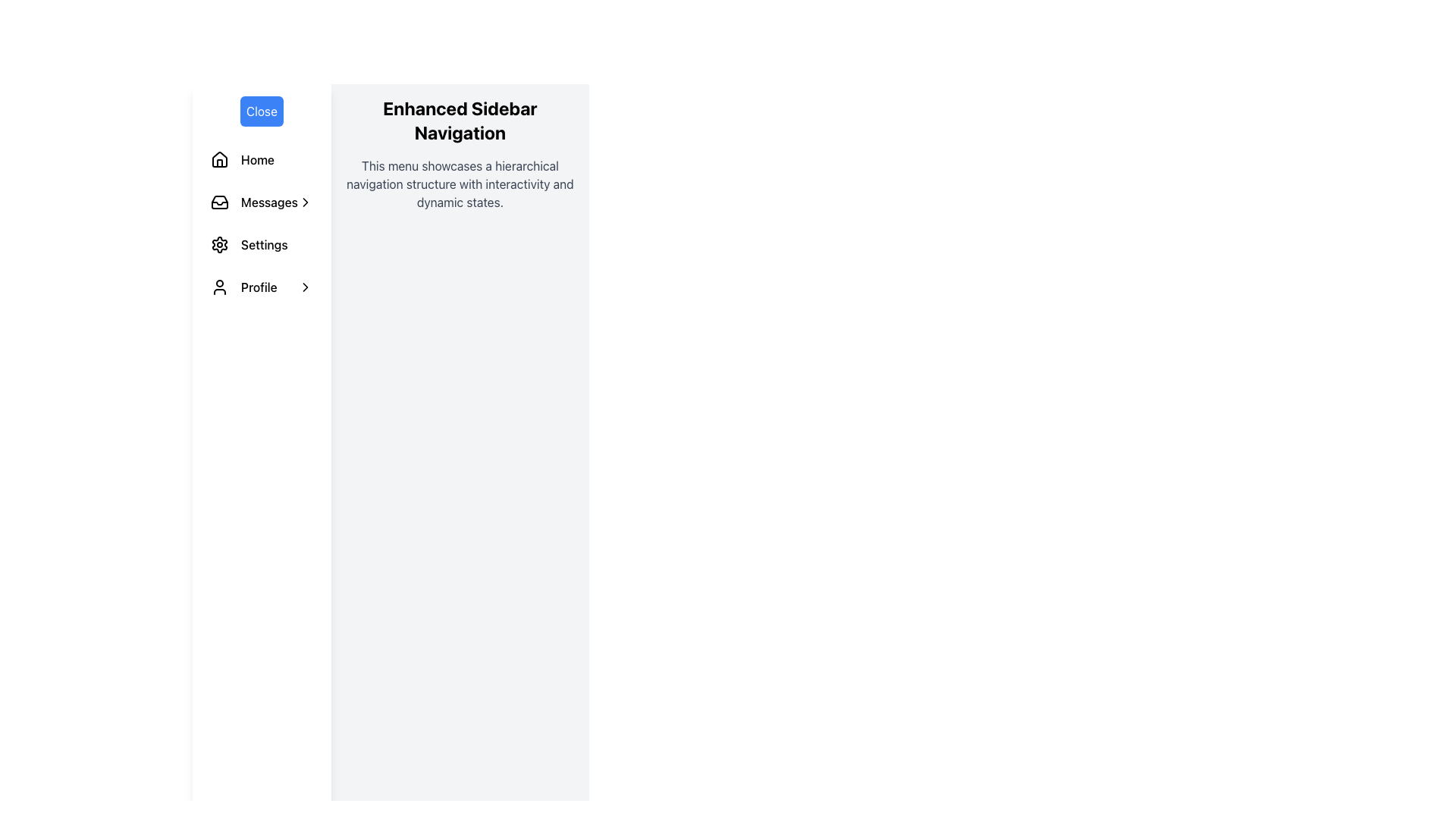 The width and height of the screenshot is (1456, 819). What do you see at coordinates (218, 244) in the screenshot?
I see `the settings menu item represented by a gear icon located third from the top in the vertical navigation panel` at bounding box center [218, 244].